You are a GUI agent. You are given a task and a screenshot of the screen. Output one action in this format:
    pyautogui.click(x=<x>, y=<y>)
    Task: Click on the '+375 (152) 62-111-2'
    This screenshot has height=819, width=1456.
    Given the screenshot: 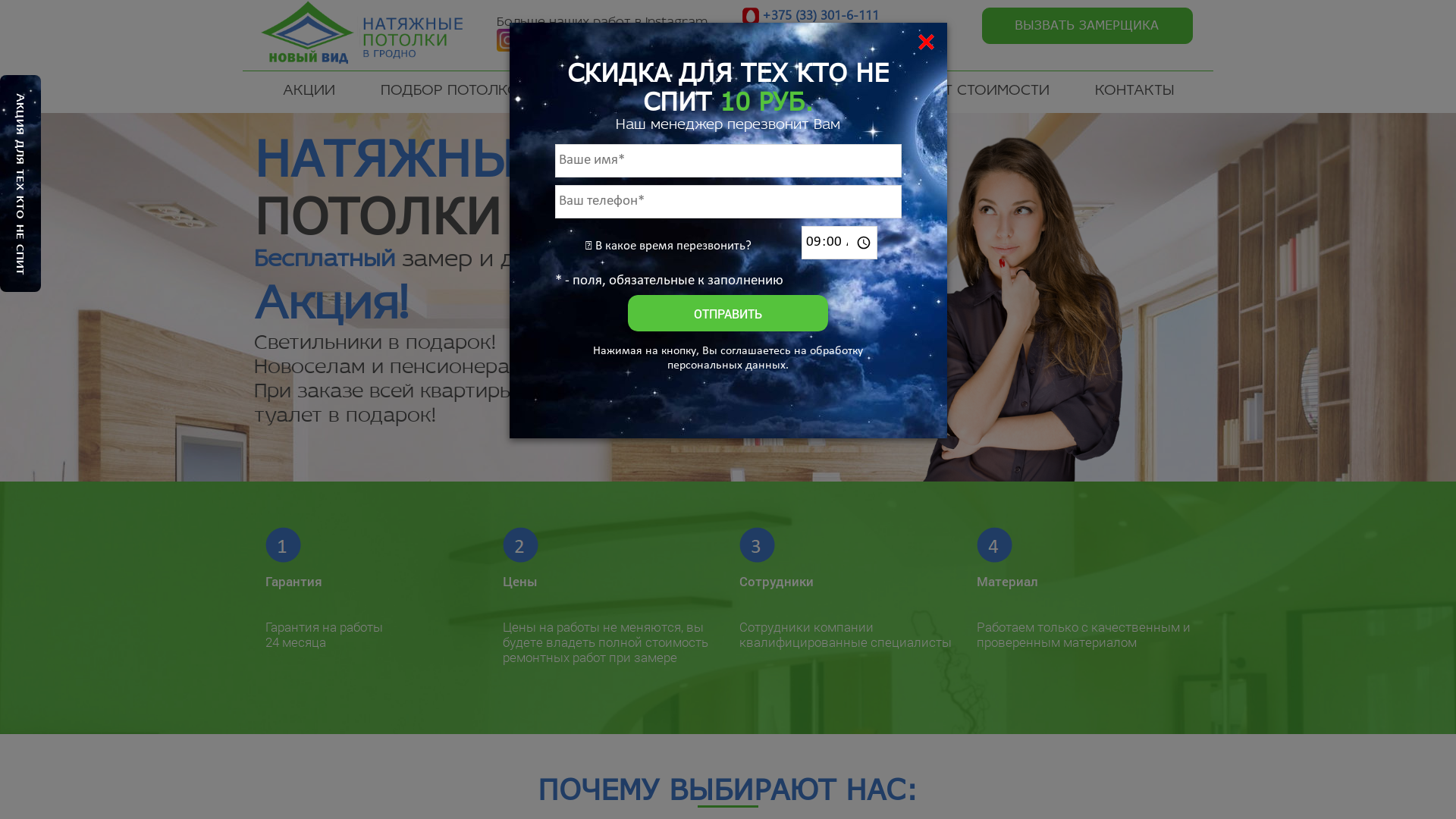 What is the action you would take?
    pyautogui.click(x=819, y=52)
    